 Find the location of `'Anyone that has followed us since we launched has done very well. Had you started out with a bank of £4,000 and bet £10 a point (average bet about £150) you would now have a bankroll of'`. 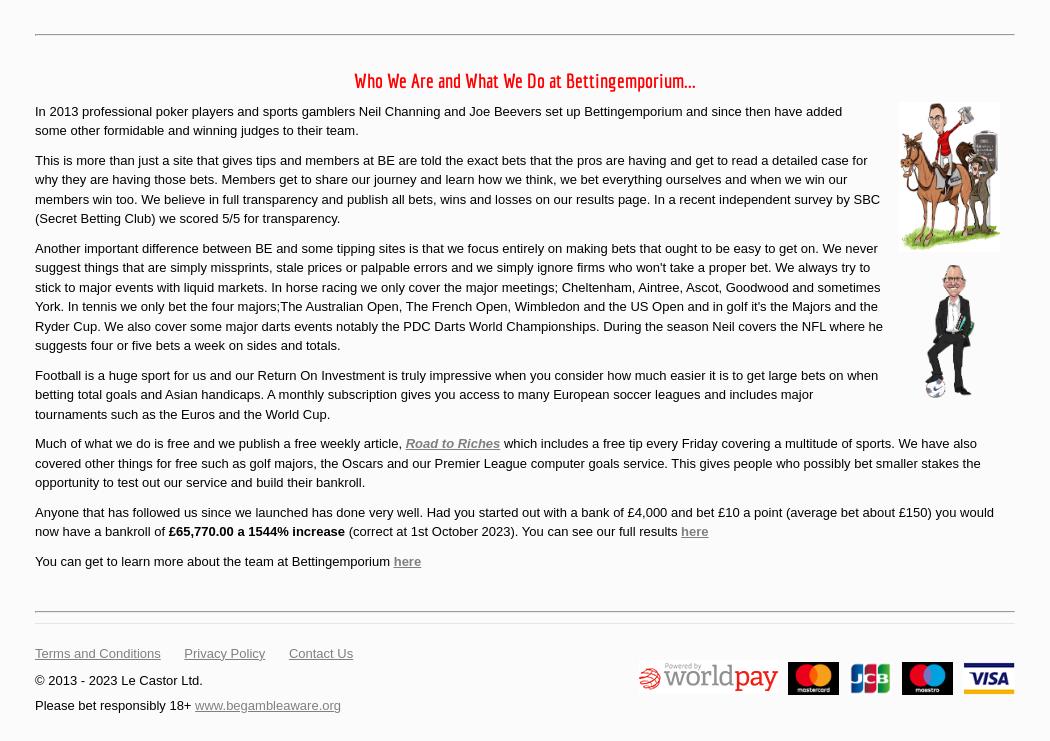

'Anyone that has followed us since we launched has done very well. Had you started out with a bank of £4,000 and bet £10 a point (average bet about £150) you would now have a bankroll of' is located at coordinates (513, 520).